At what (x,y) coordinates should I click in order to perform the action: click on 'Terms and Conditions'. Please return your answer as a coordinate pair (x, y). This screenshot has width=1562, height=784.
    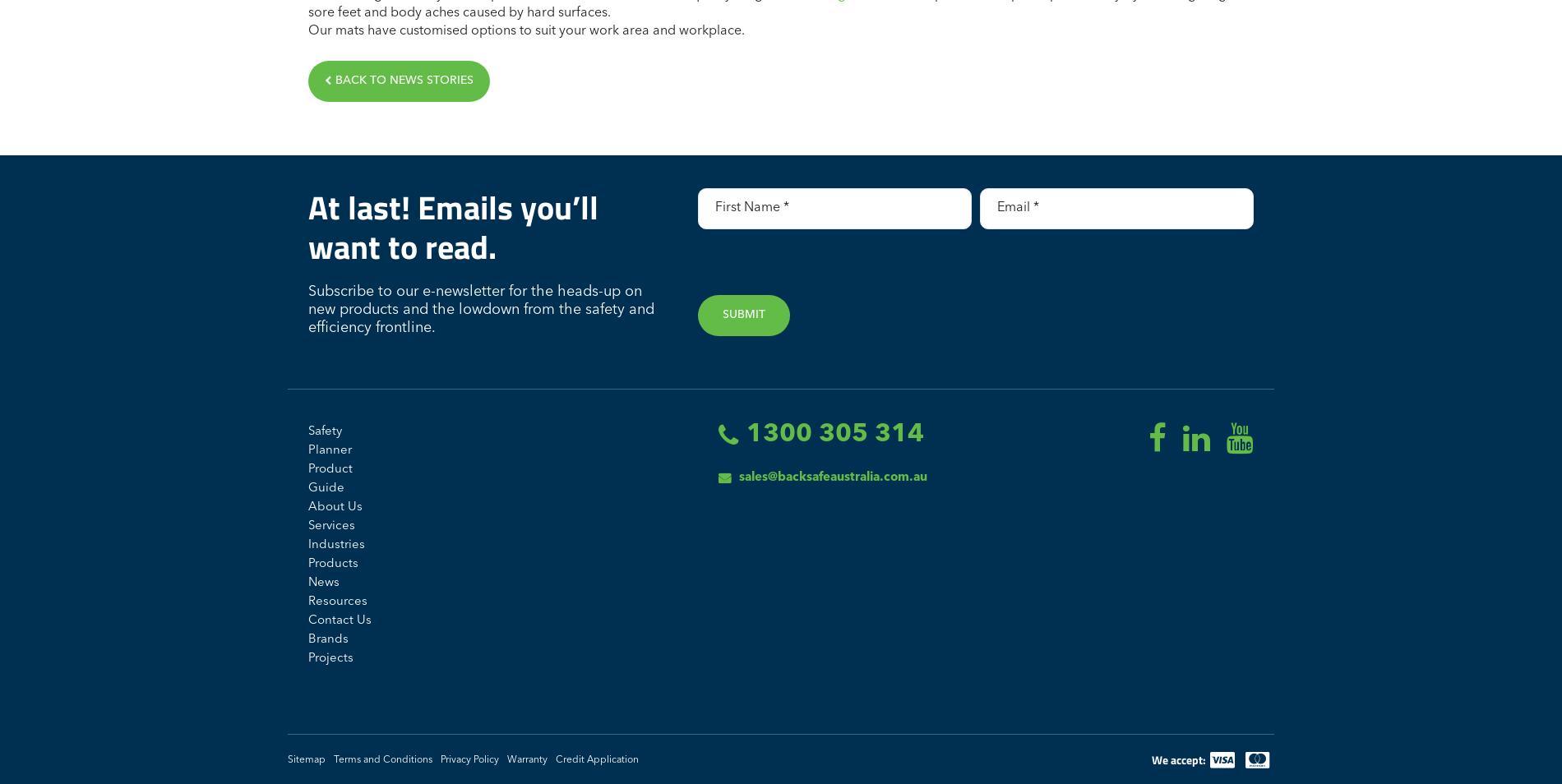
    Looking at the image, I should click on (382, 759).